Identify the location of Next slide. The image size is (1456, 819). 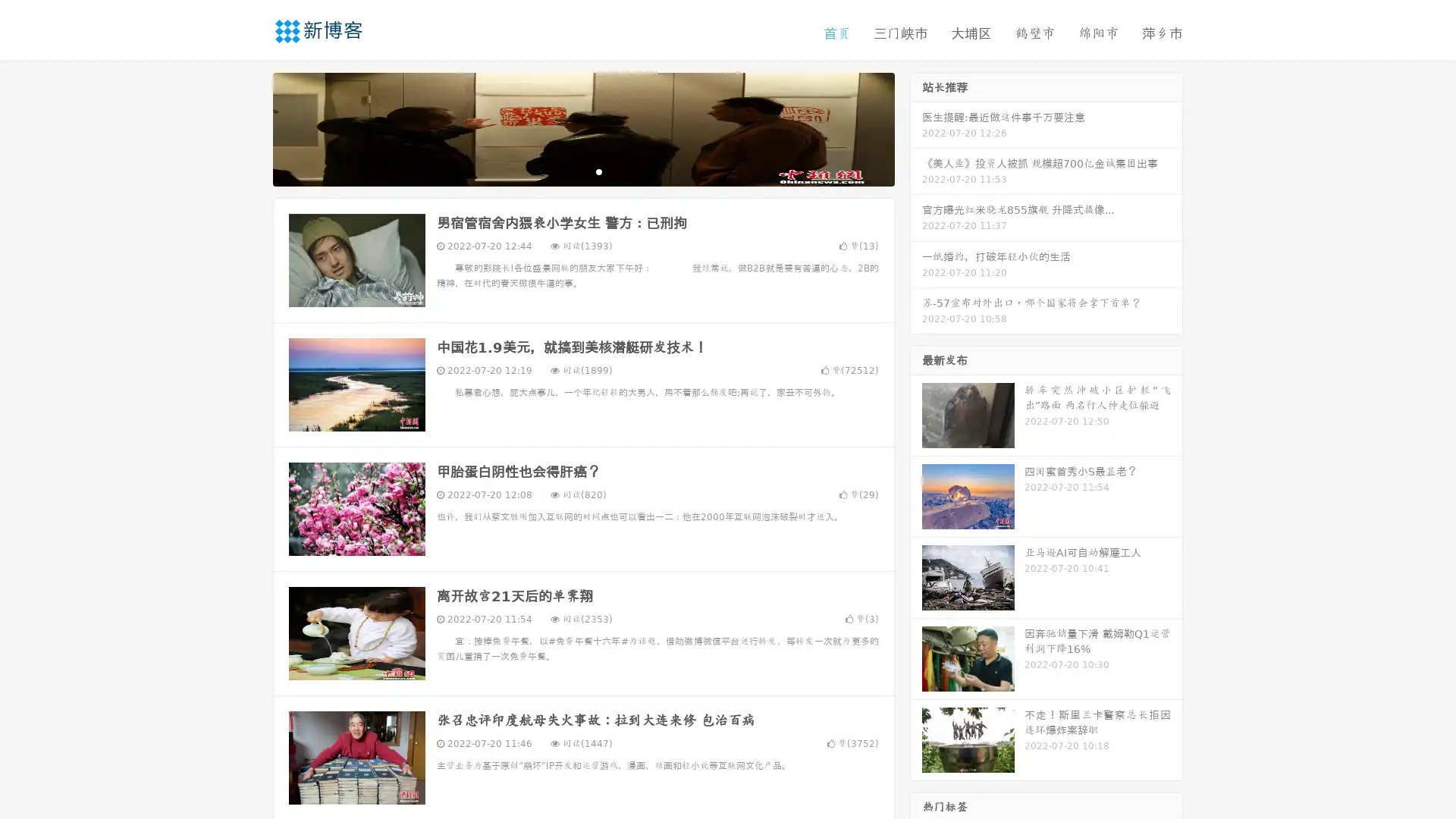
(916, 127).